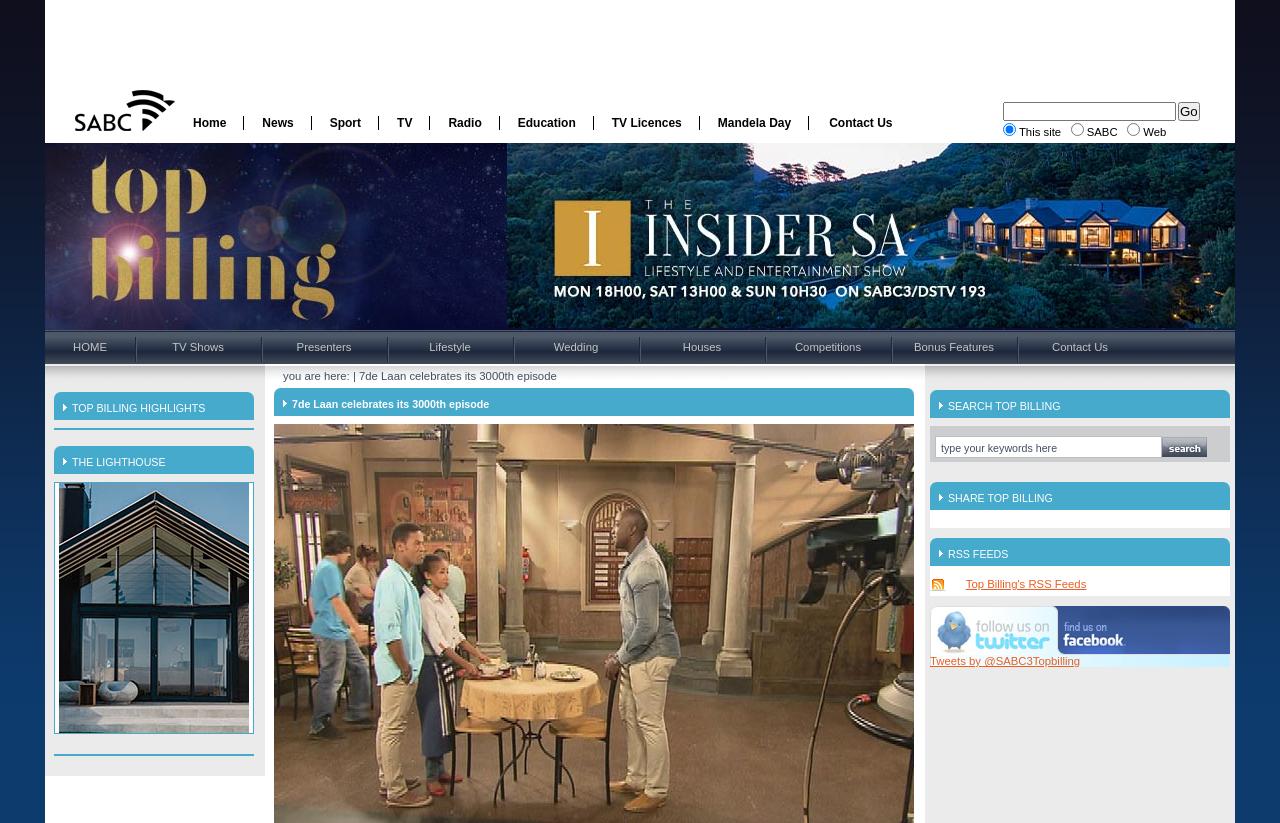 This screenshot has width=1280, height=823. Describe the element at coordinates (1139, 132) in the screenshot. I see `'Web'` at that location.